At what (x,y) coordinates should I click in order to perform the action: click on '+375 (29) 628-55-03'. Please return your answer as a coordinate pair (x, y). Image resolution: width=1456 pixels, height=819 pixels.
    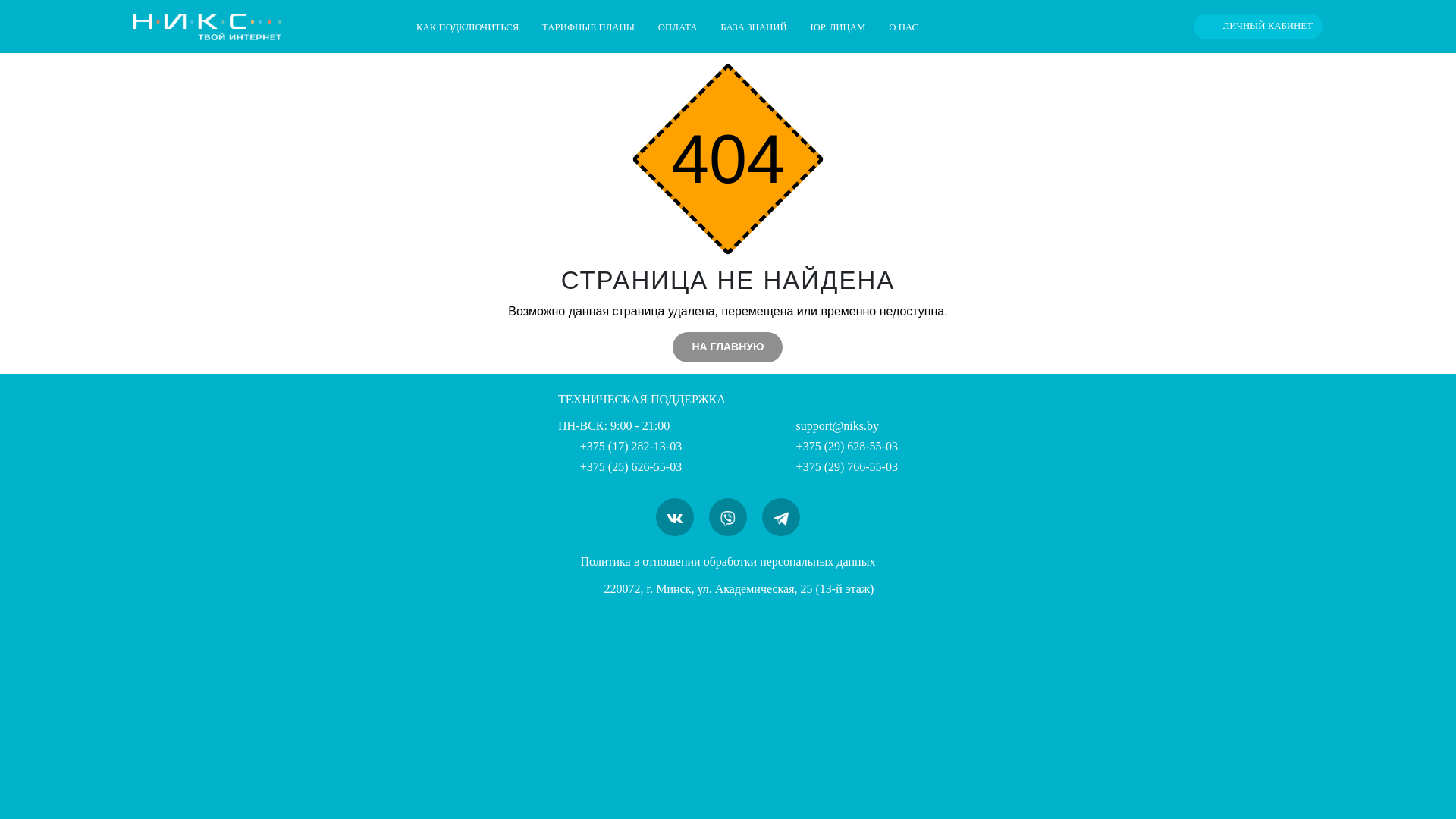
    Looking at the image, I should click on (835, 445).